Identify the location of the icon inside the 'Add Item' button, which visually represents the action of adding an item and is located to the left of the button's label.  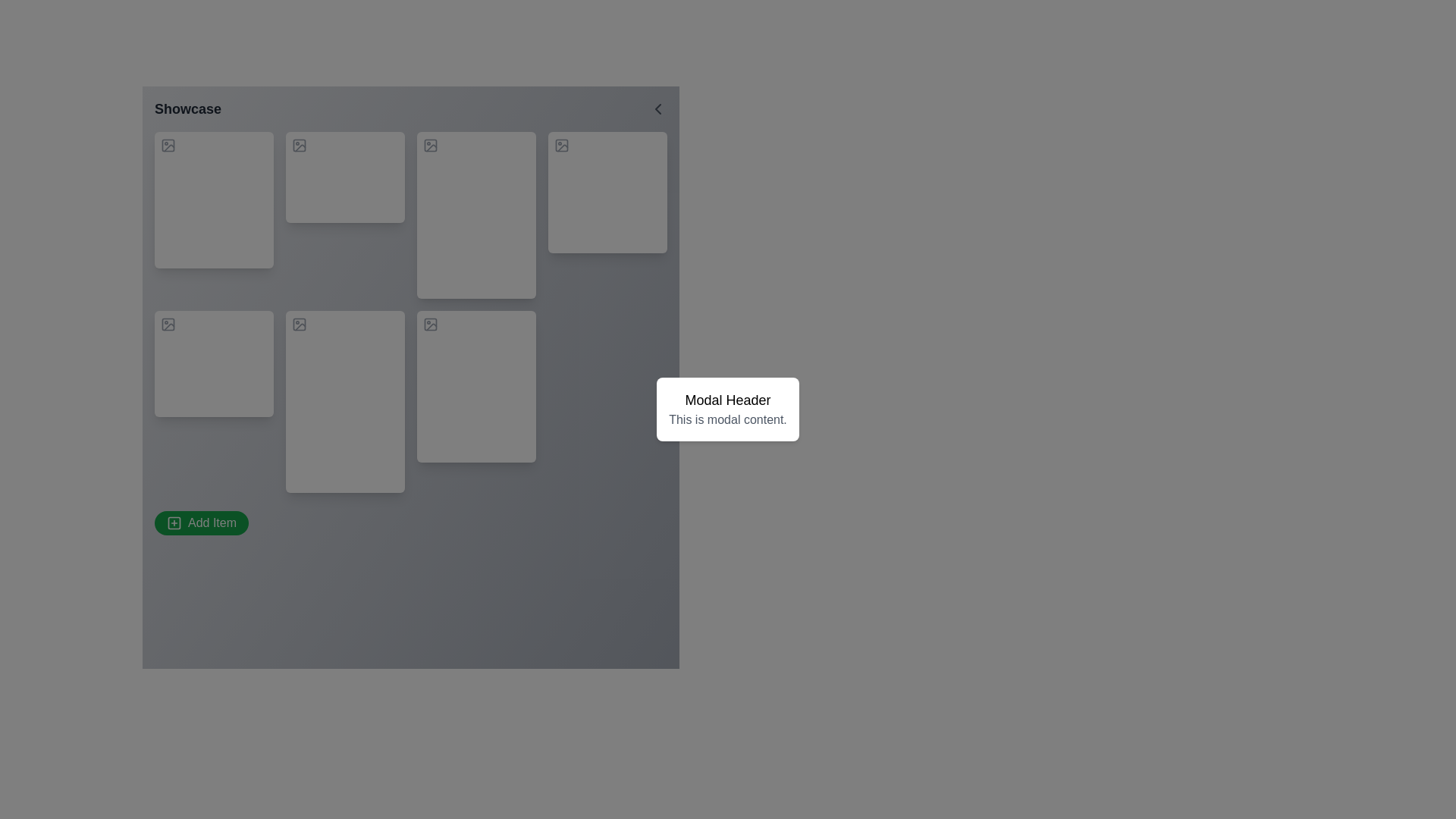
(174, 522).